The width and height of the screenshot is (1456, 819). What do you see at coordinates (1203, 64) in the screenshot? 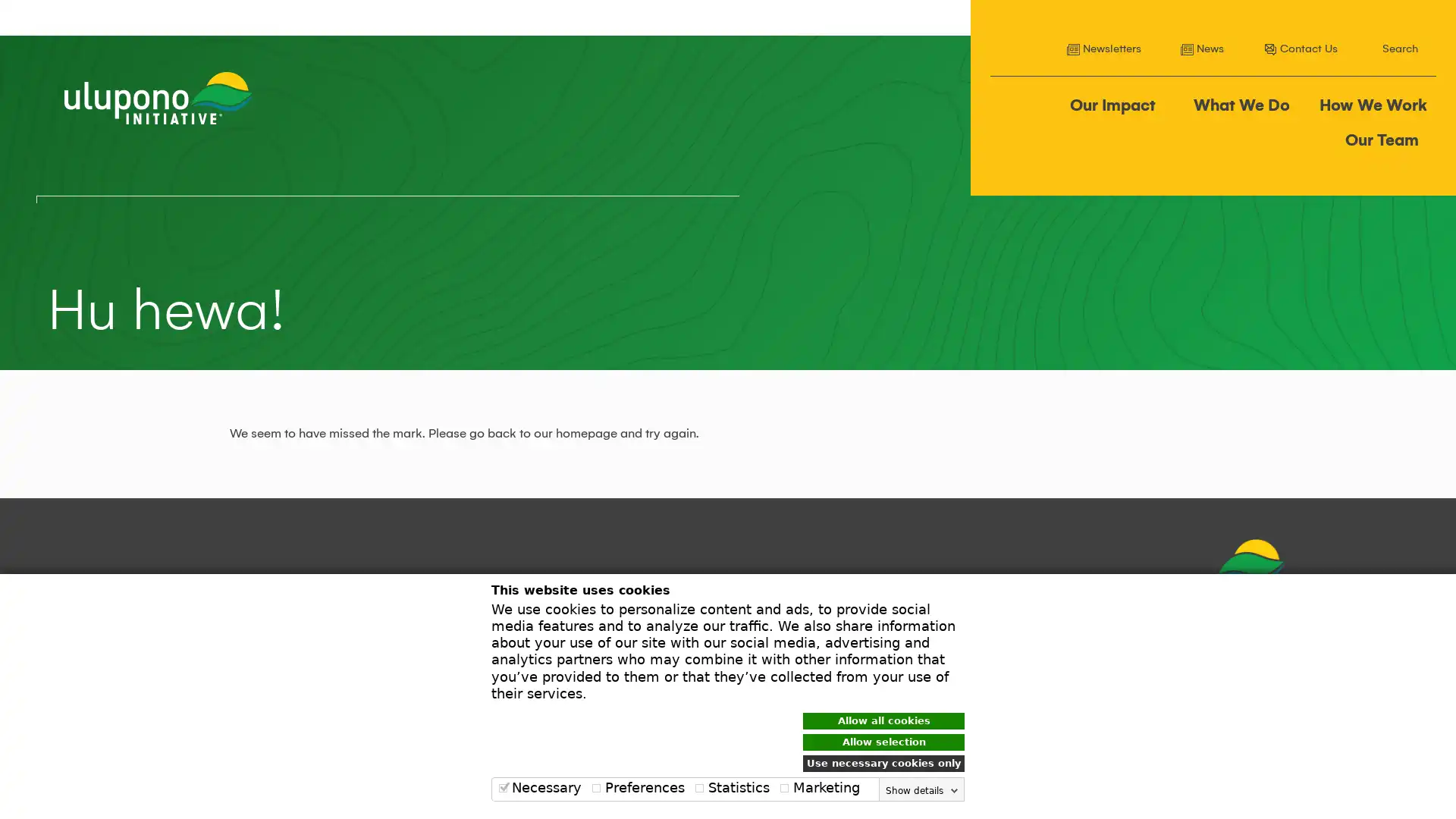
I see `Search` at bounding box center [1203, 64].